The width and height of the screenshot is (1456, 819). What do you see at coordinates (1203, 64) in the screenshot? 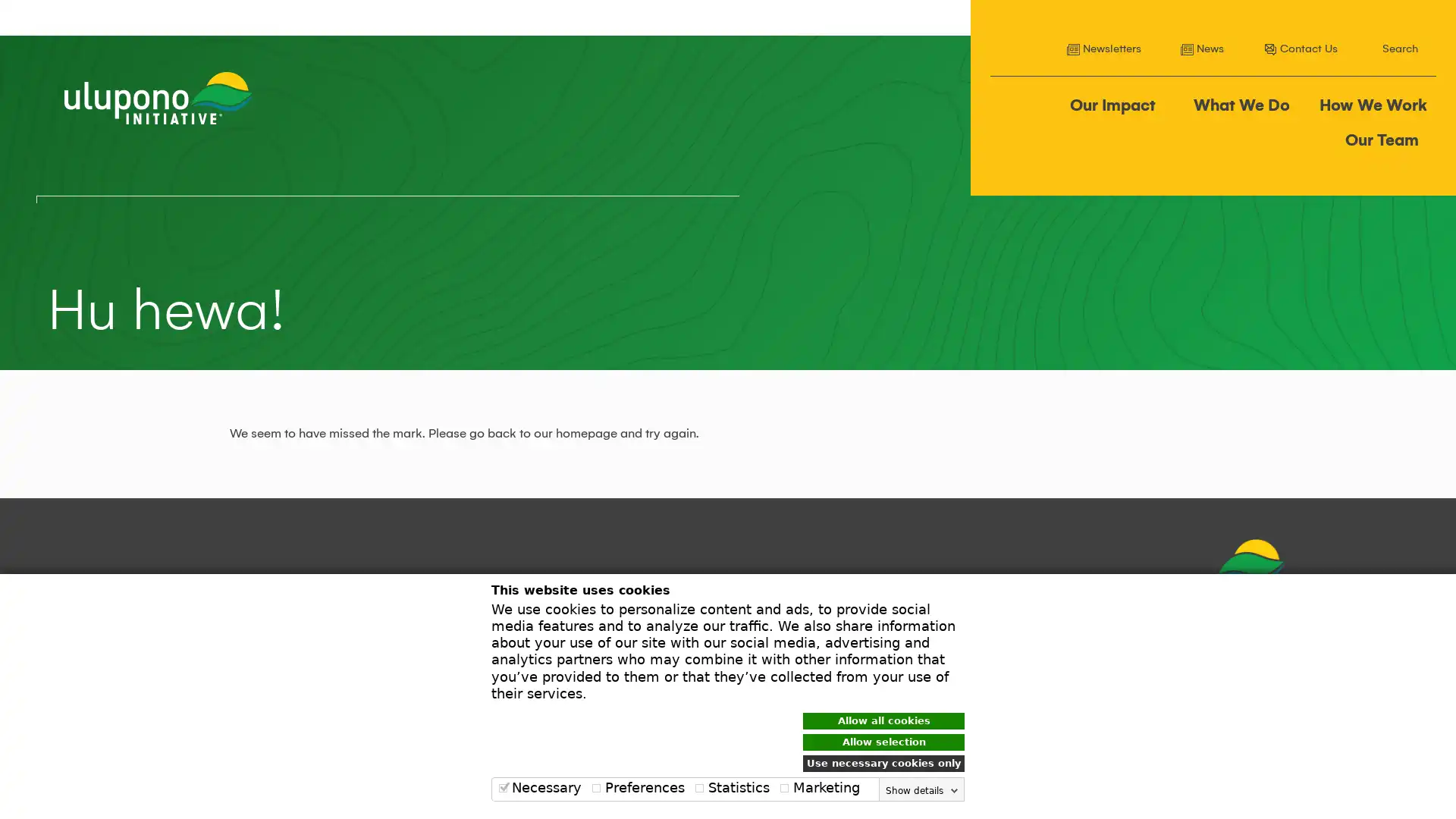
I see `Search` at bounding box center [1203, 64].